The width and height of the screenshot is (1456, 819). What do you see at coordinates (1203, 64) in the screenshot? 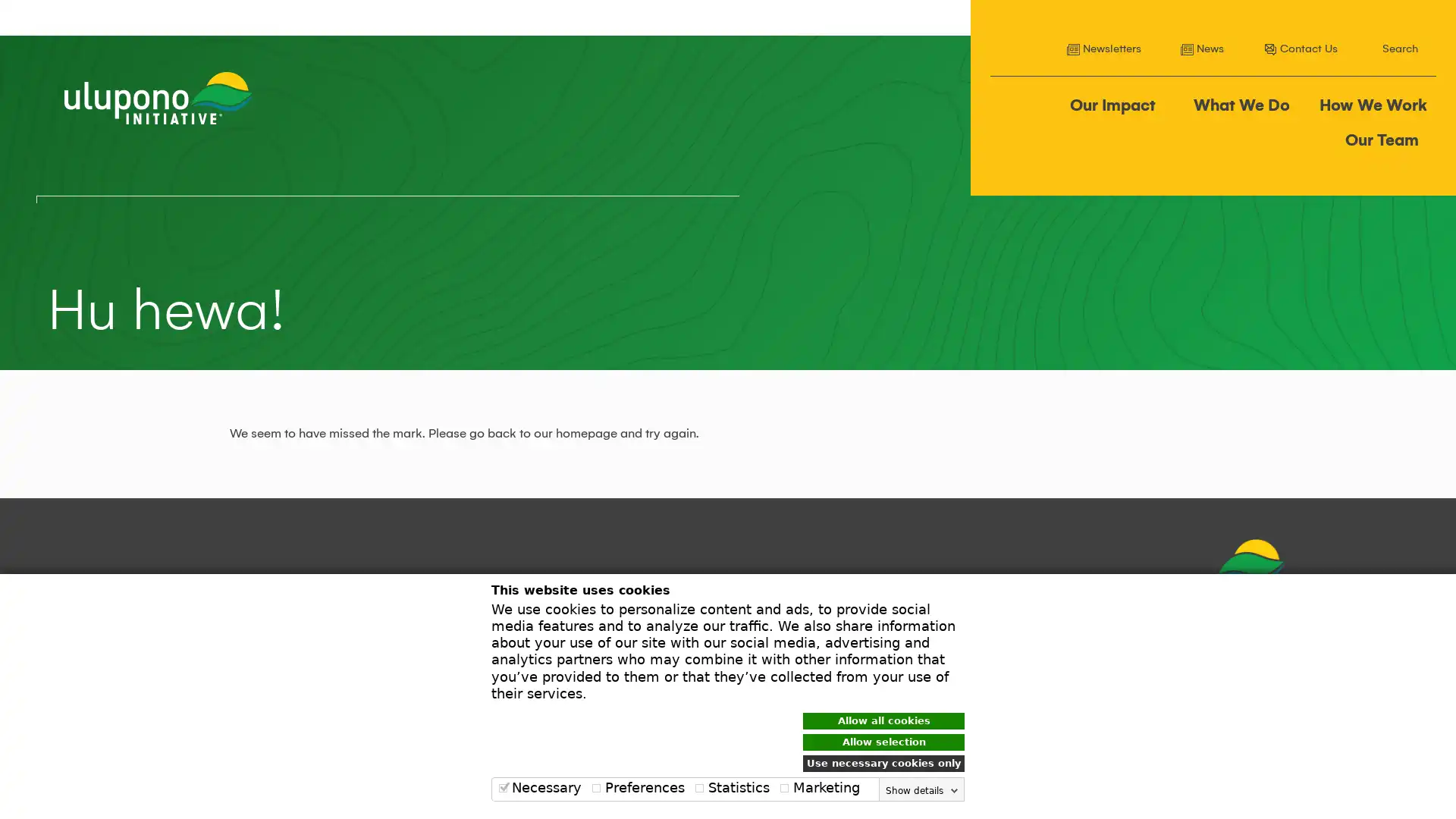
I see `Search` at bounding box center [1203, 64].